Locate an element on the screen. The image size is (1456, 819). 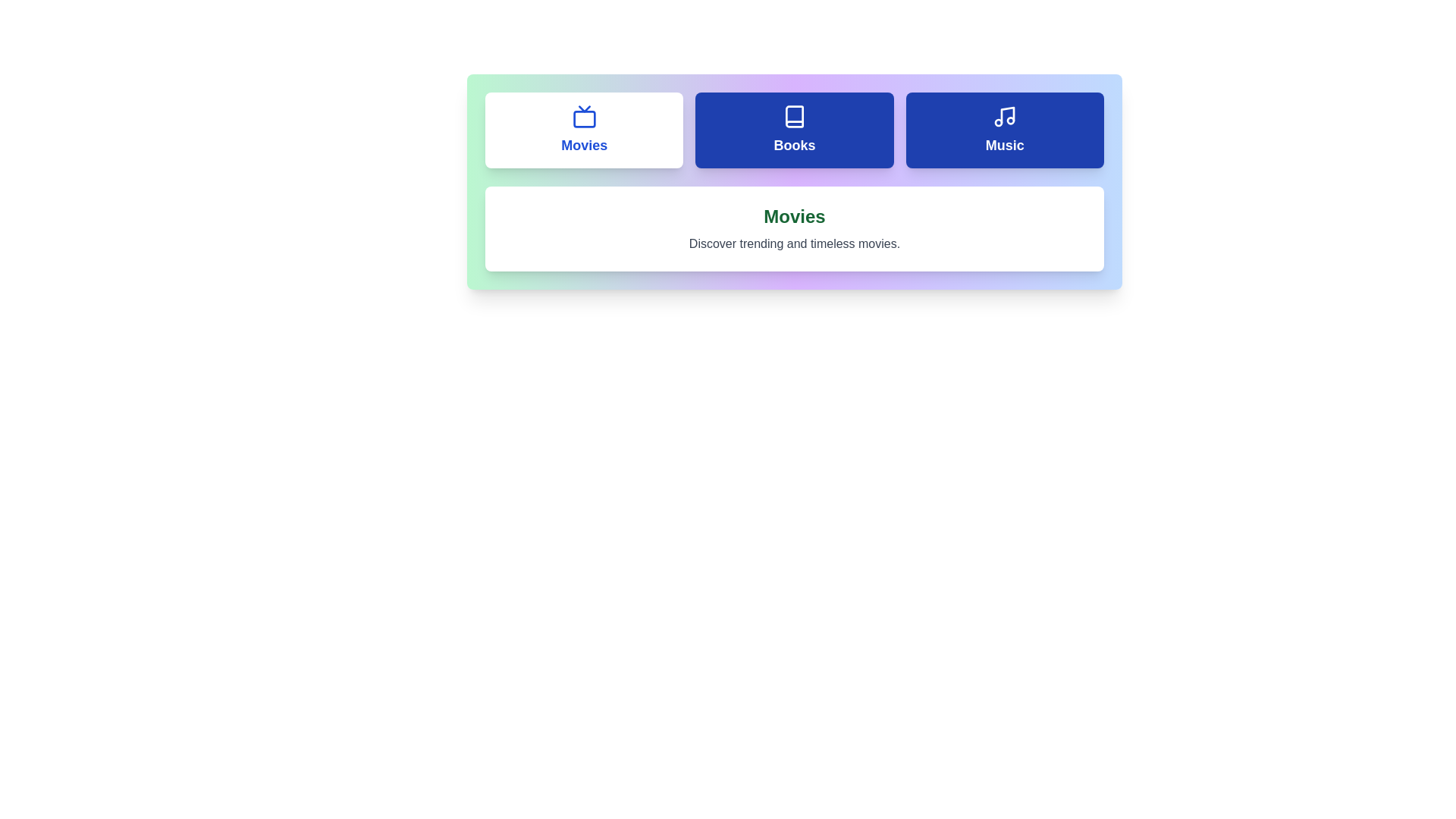
the musical note pair icon in the blue square background located at the top-center of the 'Music' card is located at coordinates (1005, 116).